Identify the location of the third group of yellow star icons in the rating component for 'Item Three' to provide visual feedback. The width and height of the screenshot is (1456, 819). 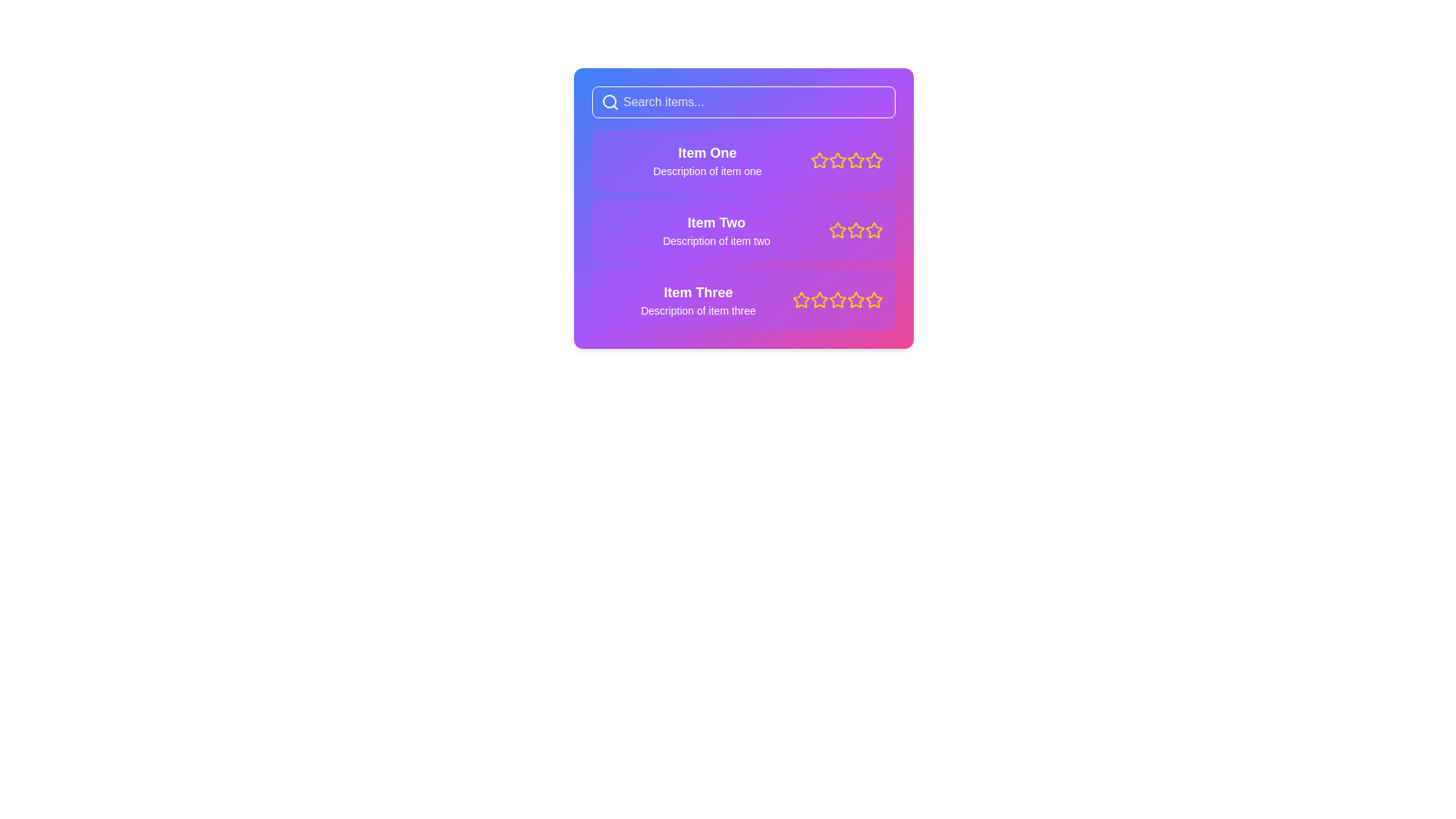
(836, 300).